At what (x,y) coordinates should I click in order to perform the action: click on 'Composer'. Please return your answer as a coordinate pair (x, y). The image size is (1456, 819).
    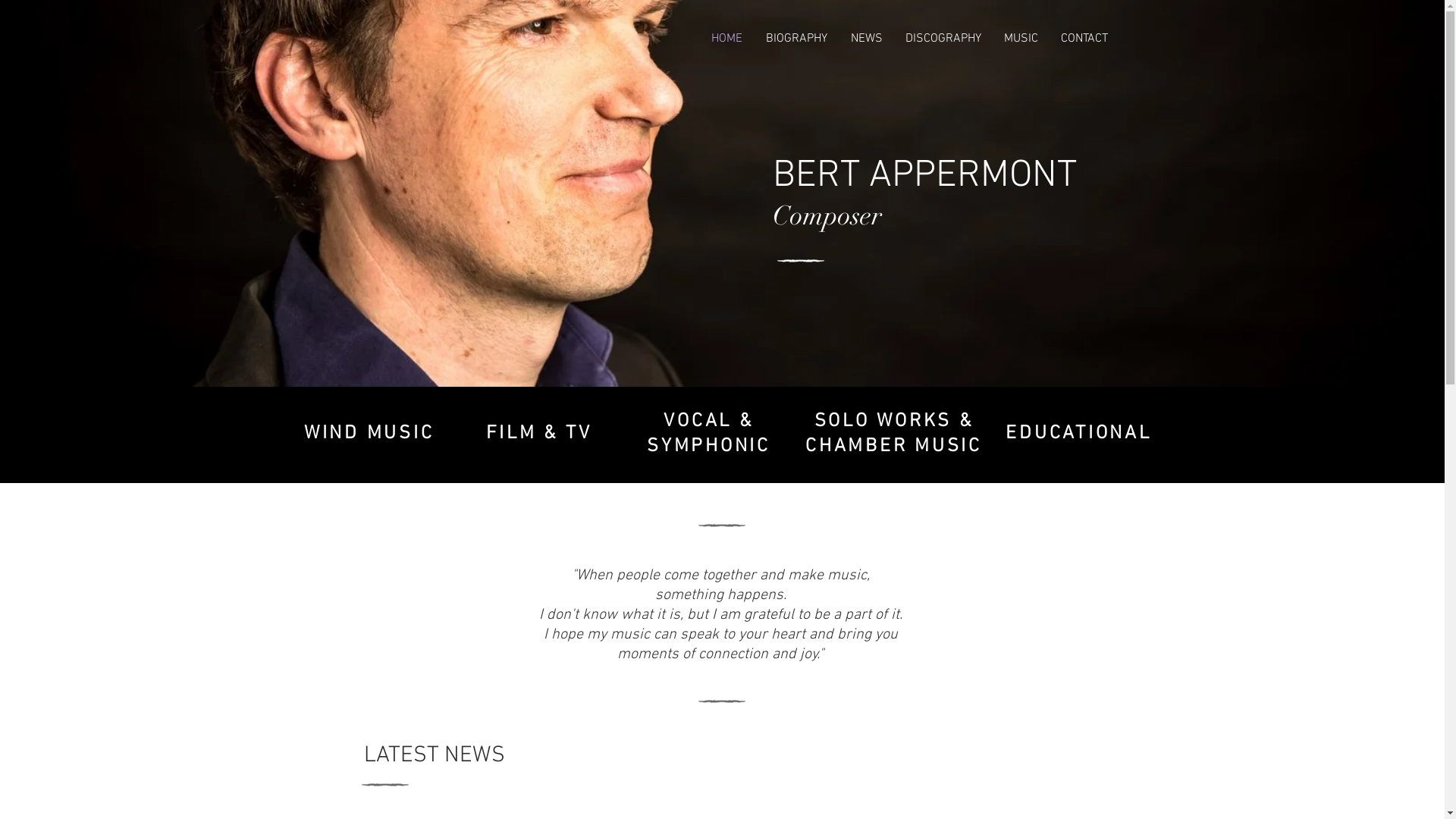
    Looking at the image, I should click on (825, 216).